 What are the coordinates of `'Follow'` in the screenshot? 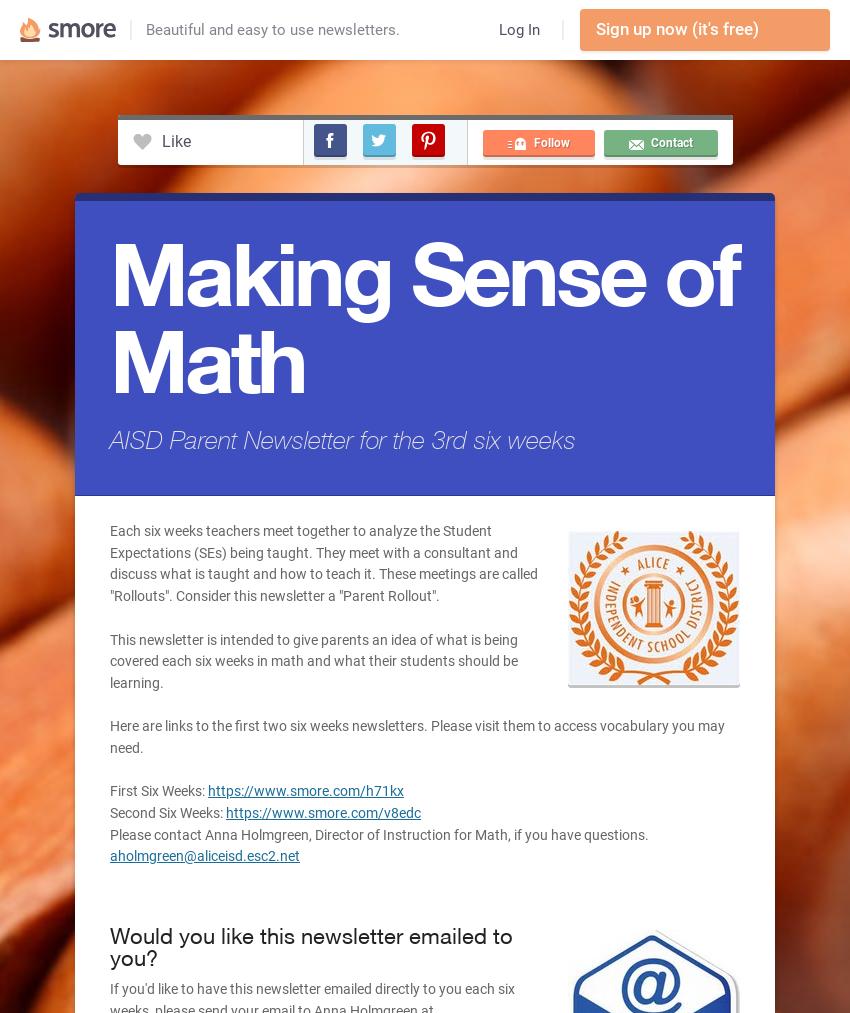 It's located at (549, 143).